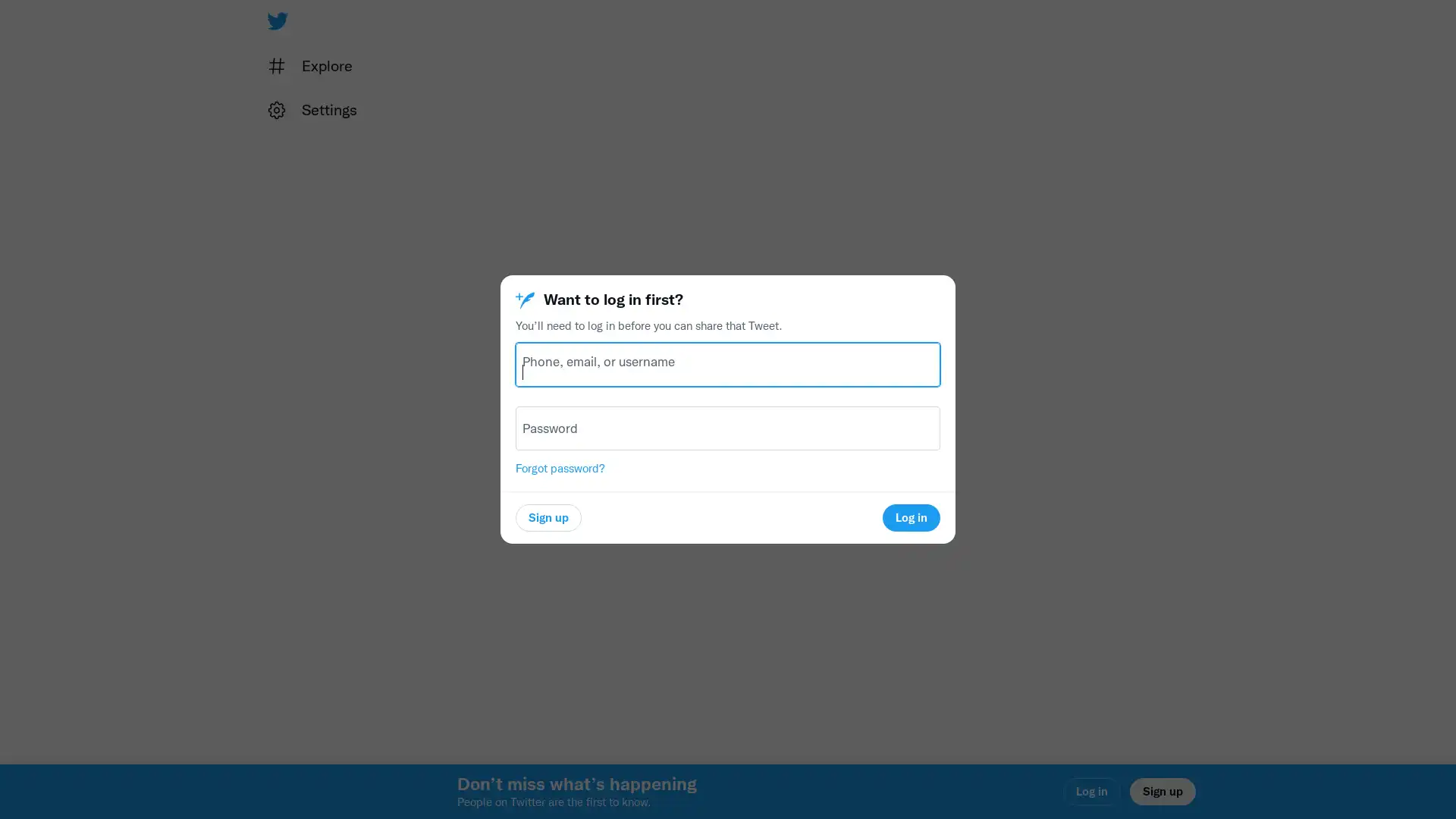 Image resolution: width=1456 pixels, height=819 pixels. I want to click on Log in, so click(910, 516).